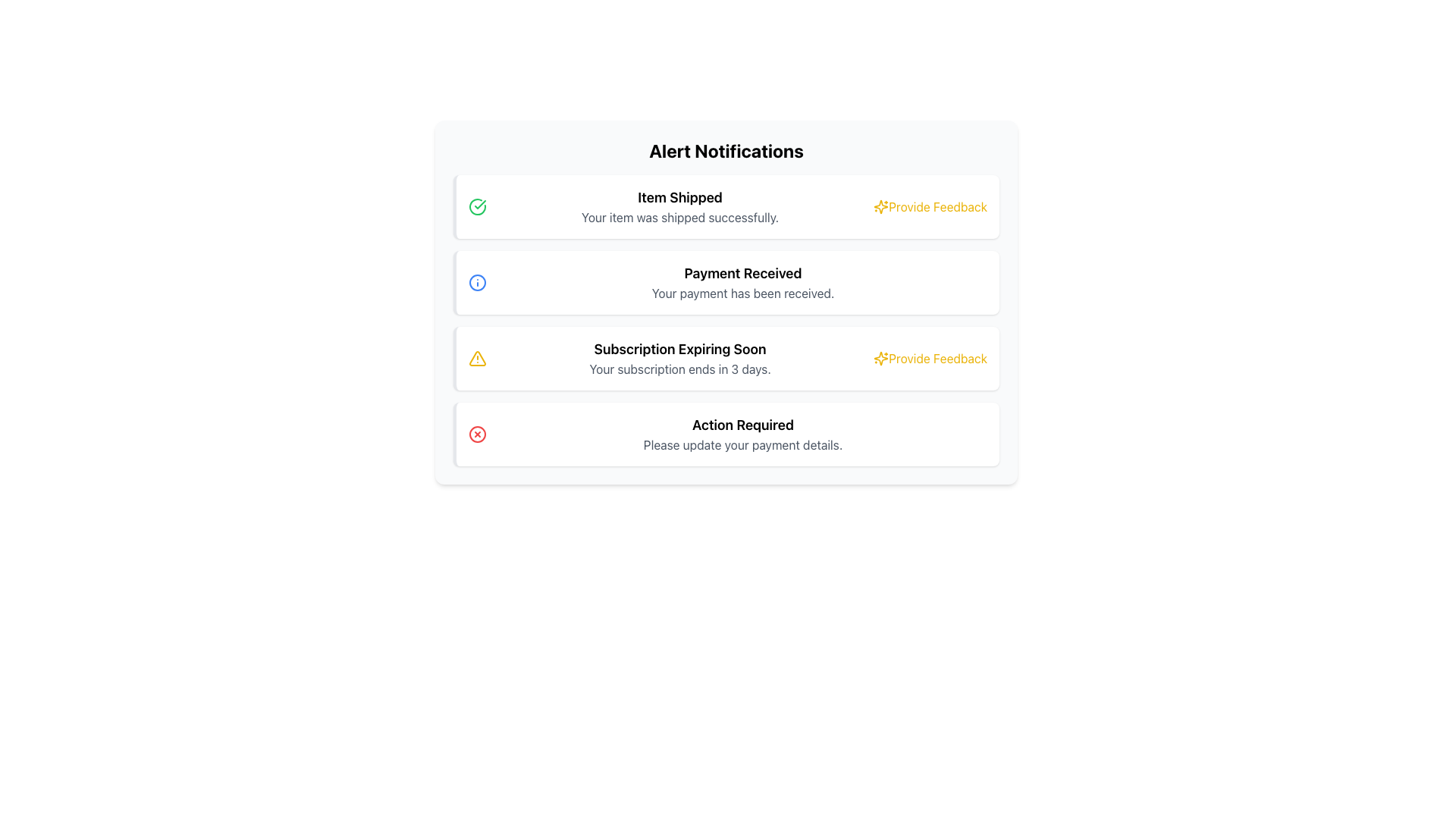 The image size is (1456, 819). What do you see at coordinates (742, 293) in the screenshot?
I see `the text label stating 'Your payment has been received.' which is located below the 'Payment Received' heading within the card-styled component` at bounding box center [742, 293].